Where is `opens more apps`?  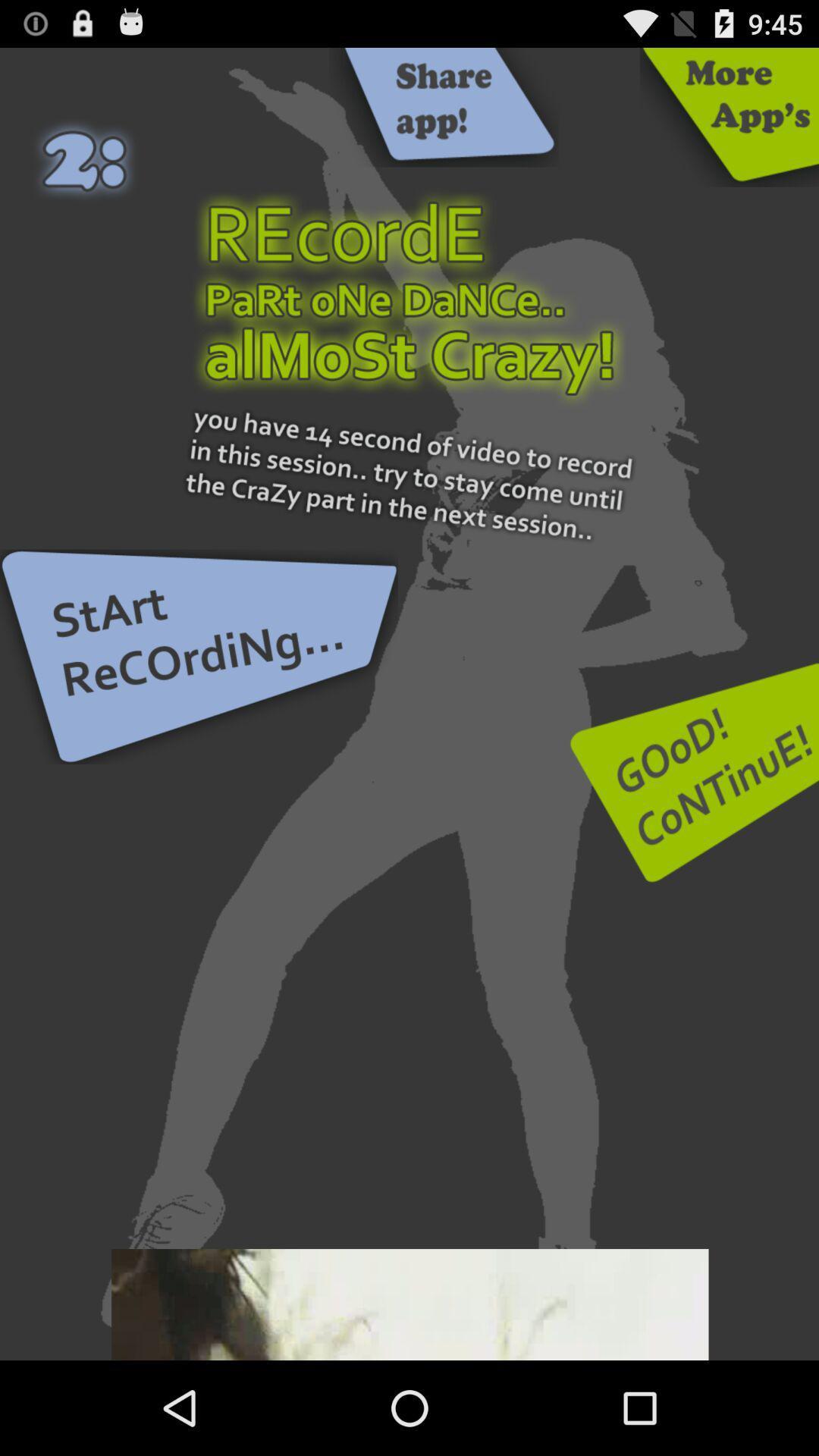 opens more apps is located at coordinates (728, 116).